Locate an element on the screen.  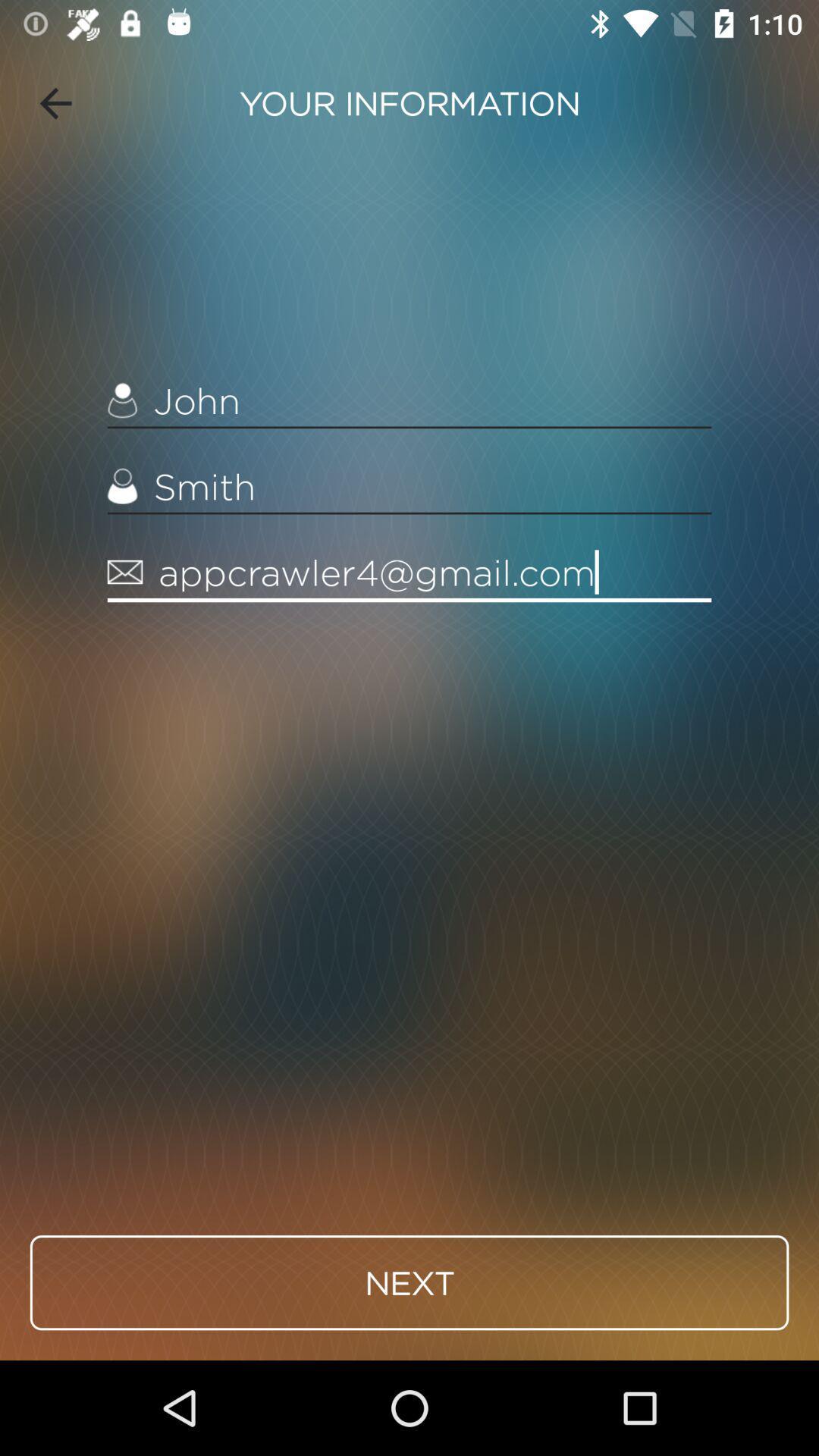
item below the smith is located at coordinates (409, 572).